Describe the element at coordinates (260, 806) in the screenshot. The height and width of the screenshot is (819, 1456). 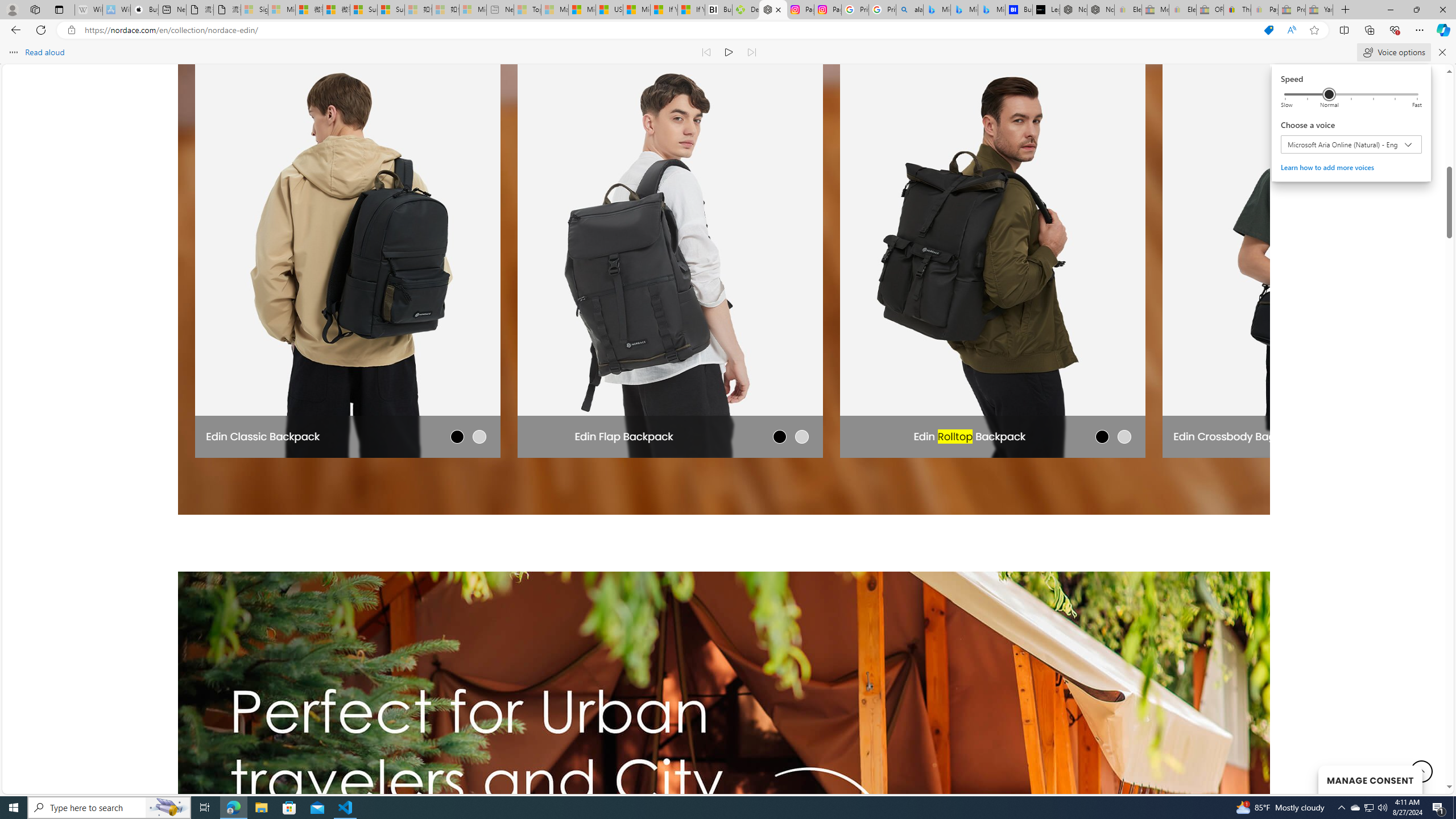
I see `'File Explorer'` at that location.